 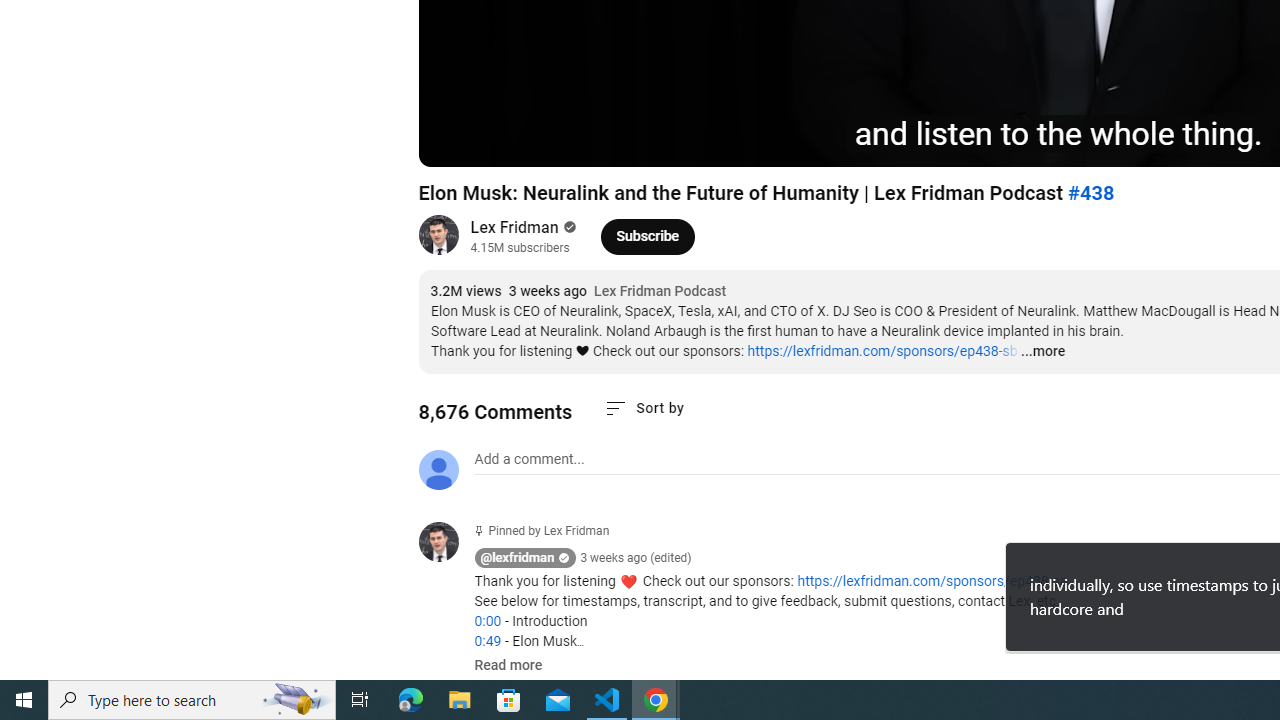 What do you see at coordinates (529, 459) in the screenshot?
I see `'AutomationID: simplebox-placeholder'` at bounding box center [529, 459].